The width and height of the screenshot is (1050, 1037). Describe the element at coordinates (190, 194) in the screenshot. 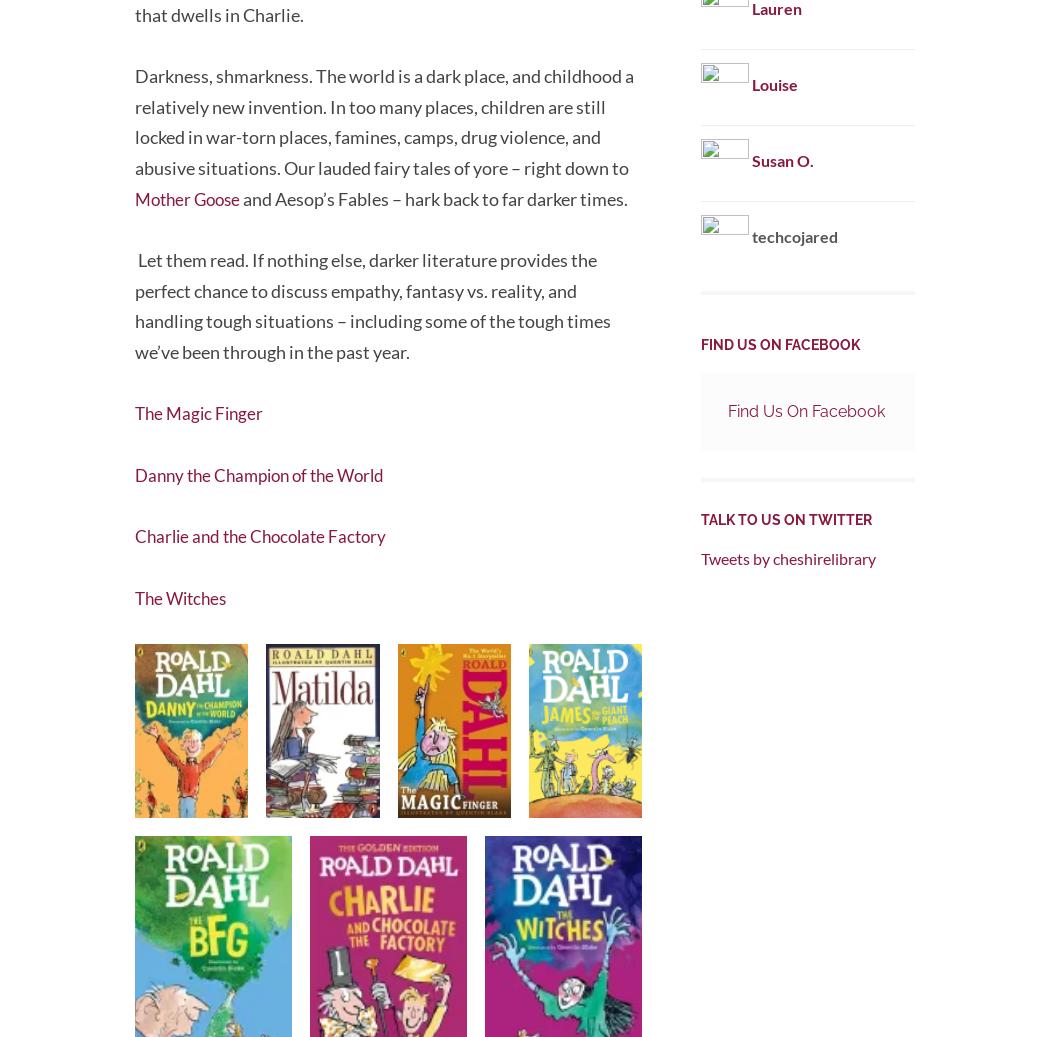

I see `'Mother Goose'` at that location.